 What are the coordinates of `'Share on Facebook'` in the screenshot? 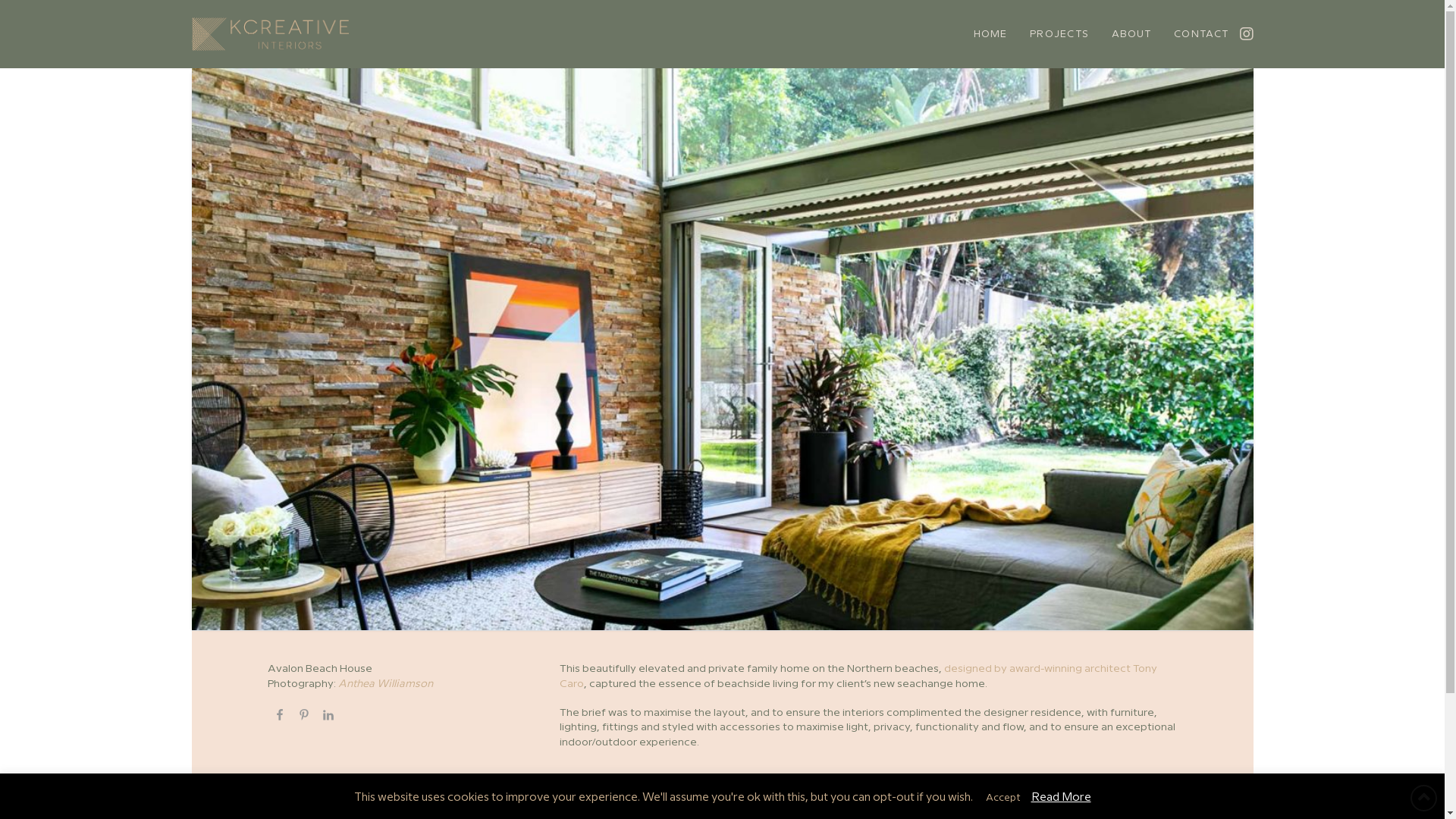 It's located at (266, 717).